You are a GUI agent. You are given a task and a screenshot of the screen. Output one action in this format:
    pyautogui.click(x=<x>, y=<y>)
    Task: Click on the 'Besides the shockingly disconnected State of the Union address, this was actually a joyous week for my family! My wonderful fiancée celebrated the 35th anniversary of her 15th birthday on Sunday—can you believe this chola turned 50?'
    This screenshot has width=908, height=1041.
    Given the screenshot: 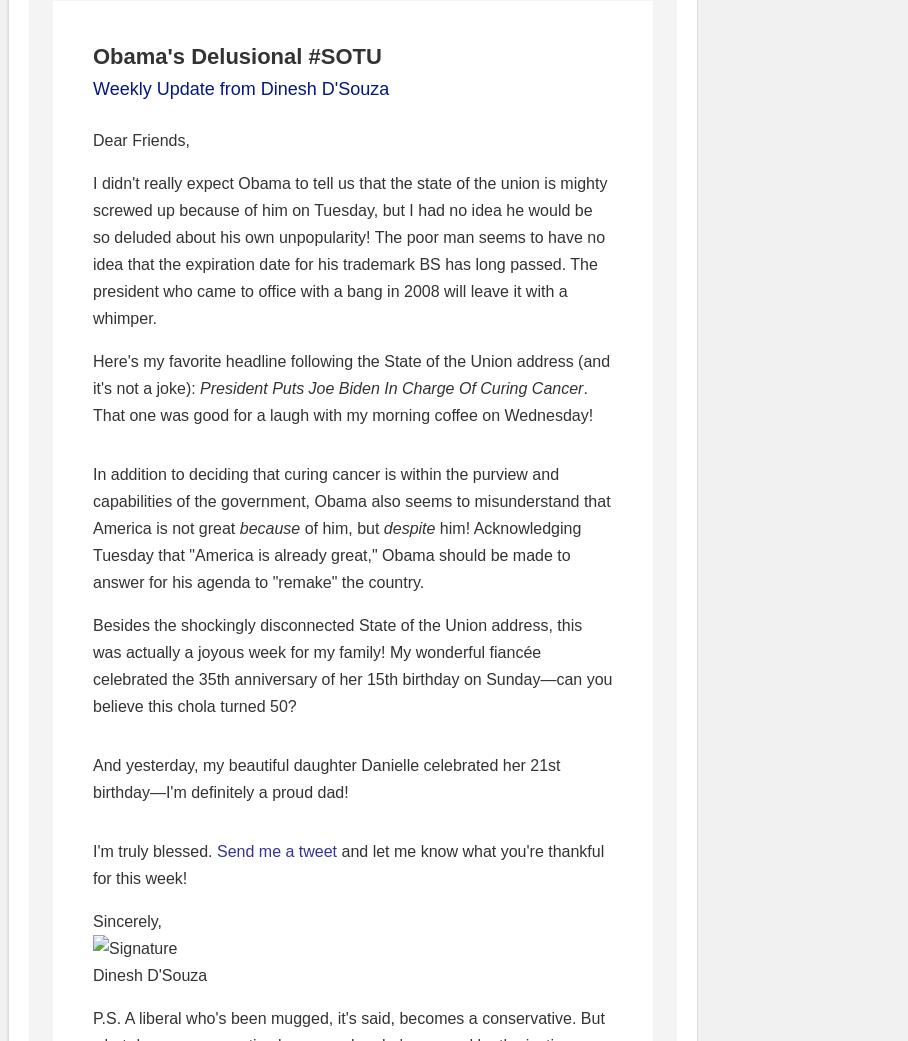 What is the action you would take?
    pyautogui.click(x=91, y=665)
    